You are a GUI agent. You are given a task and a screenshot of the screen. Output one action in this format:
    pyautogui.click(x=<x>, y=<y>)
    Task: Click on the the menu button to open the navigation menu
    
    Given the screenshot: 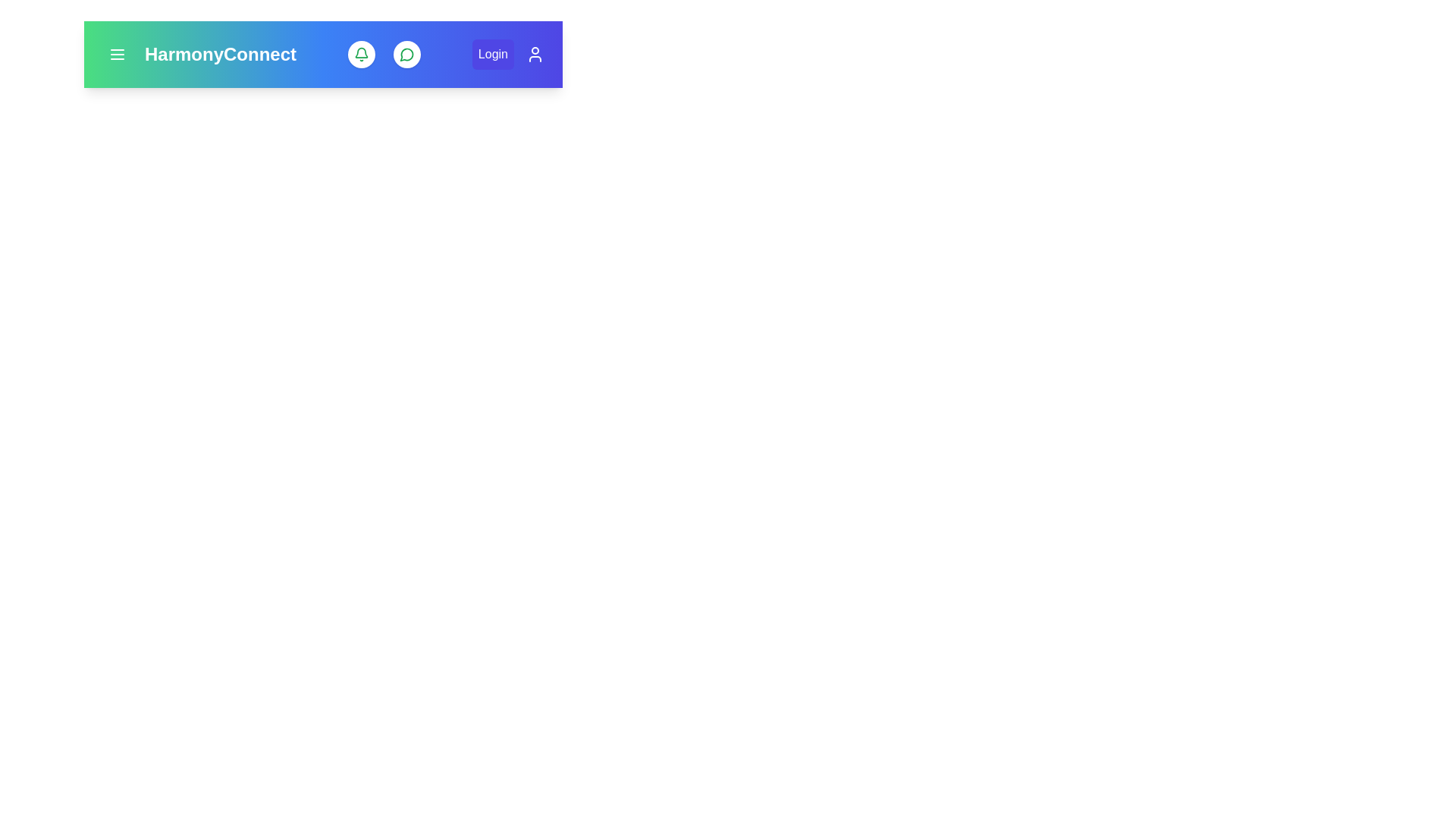 What is the action you would take?
    pyautogui.click(x=116, y=54)
    